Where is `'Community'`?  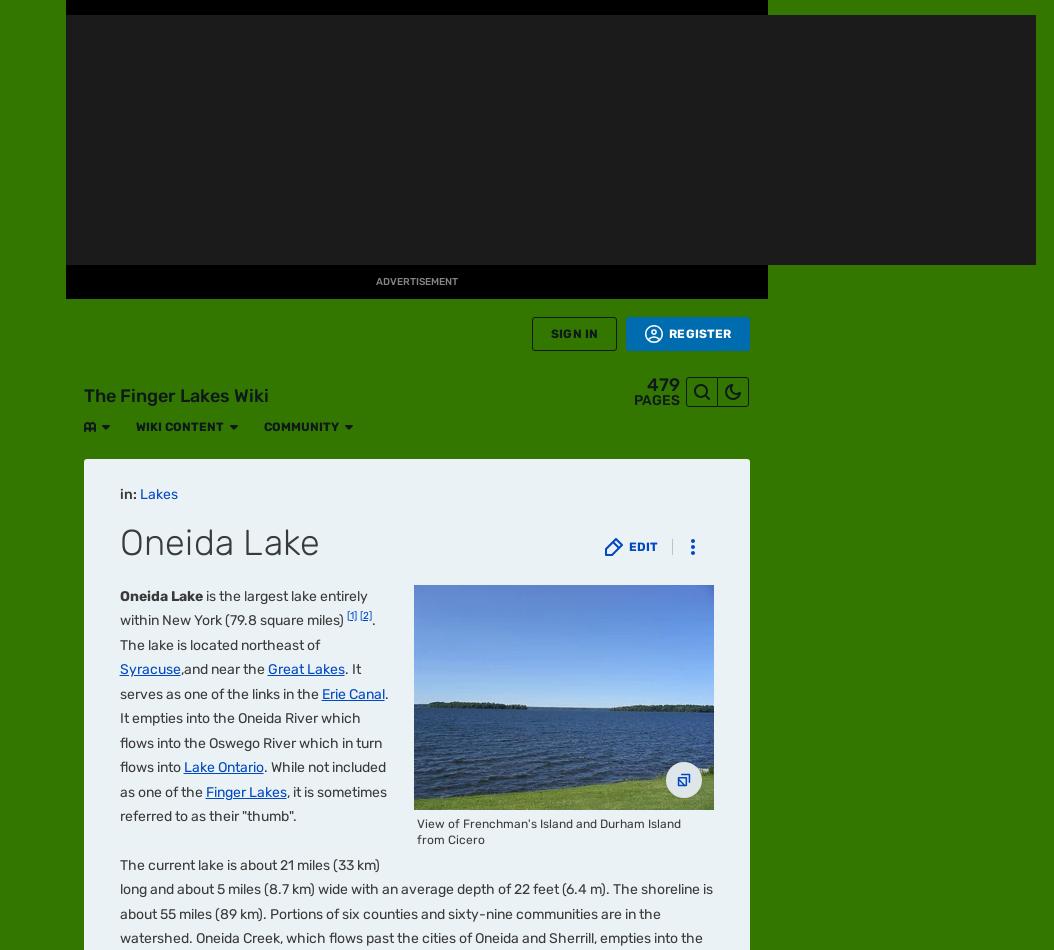
'Community' is located at coordinates (276, 22).